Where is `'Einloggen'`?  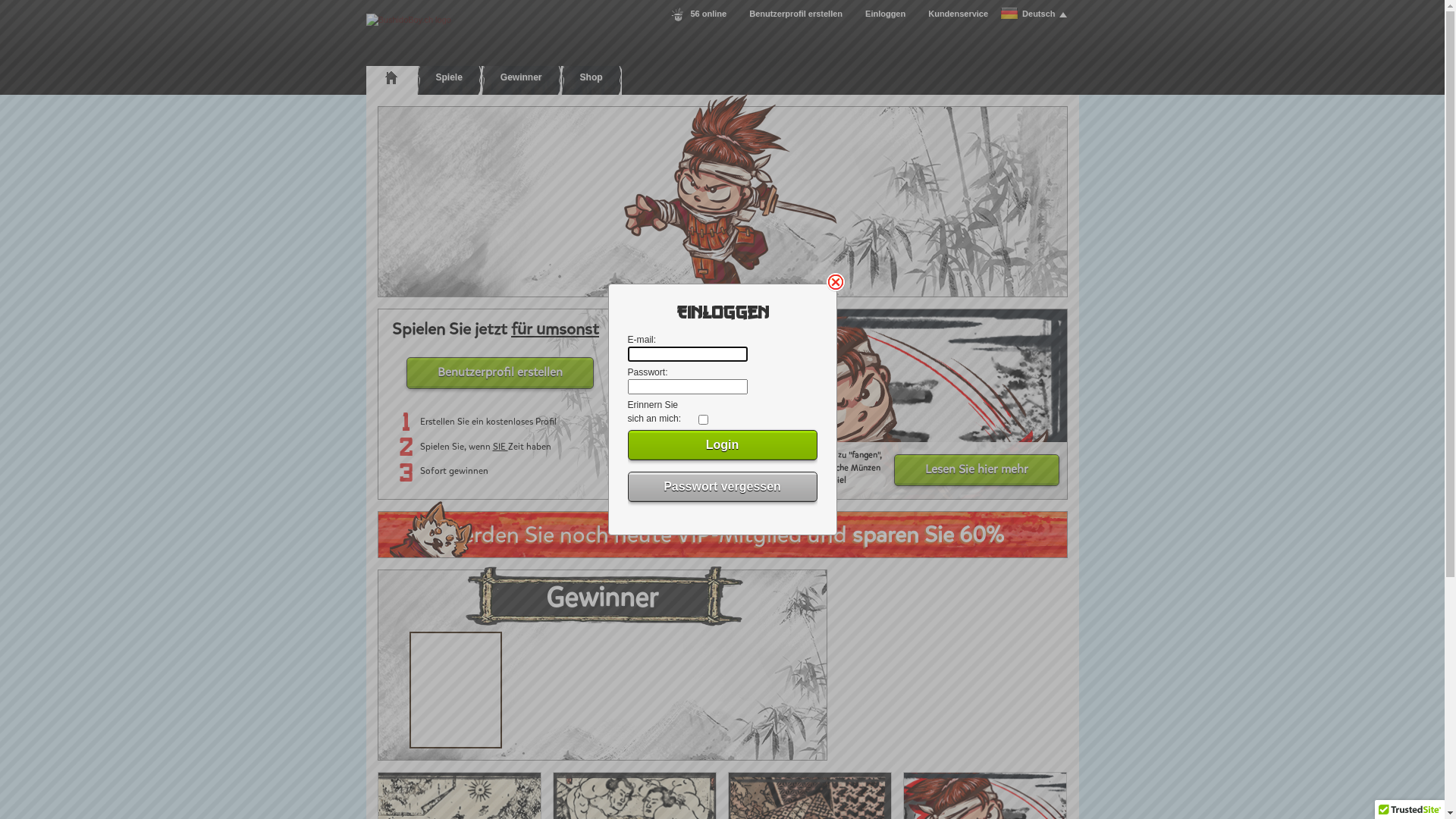 'Einloggen' is located at coordinates (885, 14).